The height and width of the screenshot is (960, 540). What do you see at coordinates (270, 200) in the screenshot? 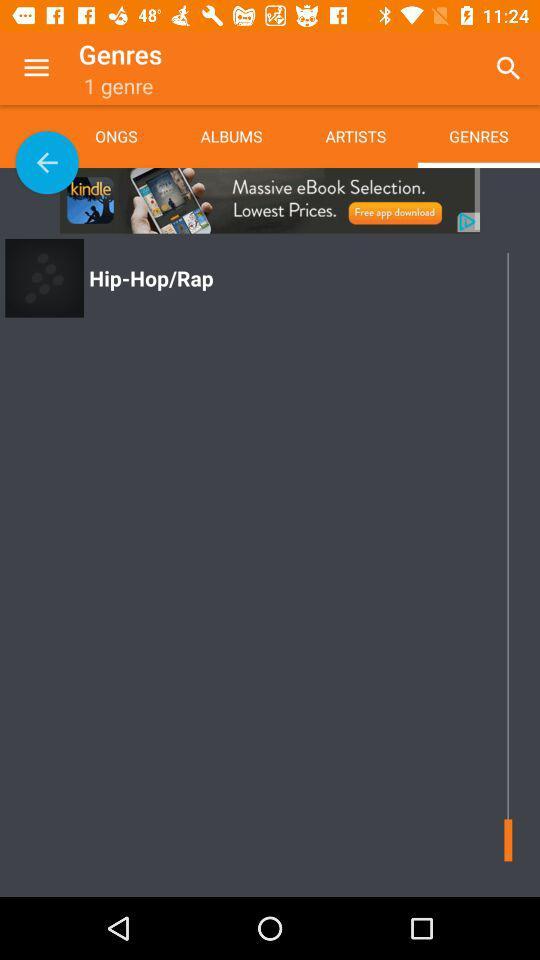
I see `open kindle advertisement` at bounding box center [270, 200].